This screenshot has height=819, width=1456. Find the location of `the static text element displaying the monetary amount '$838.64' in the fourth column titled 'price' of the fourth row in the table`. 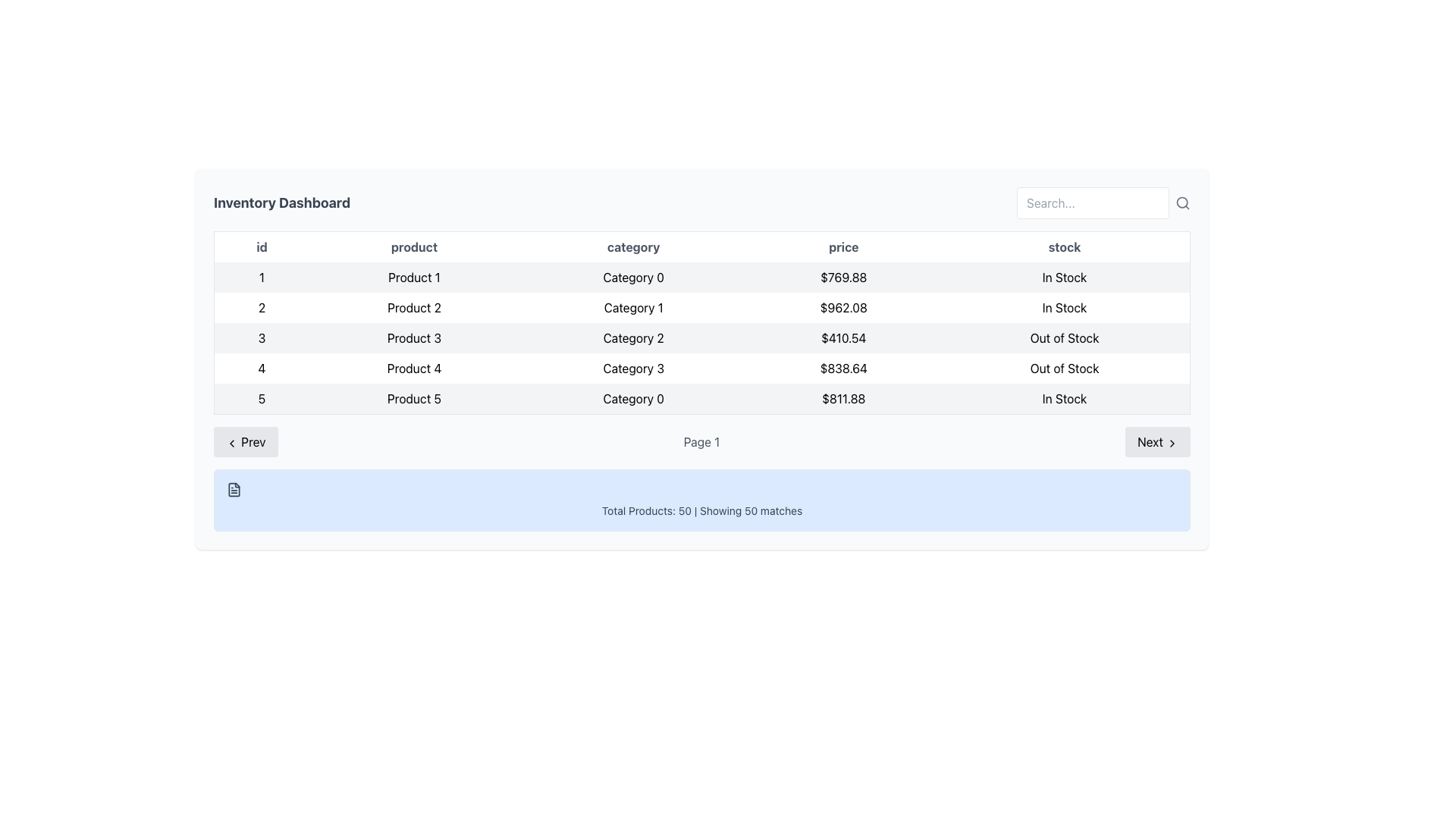

the static text element displaying the monetary amount '$838.64' in the fourth column titled 'price' of the fourth row in the table is located at coordinates (843, 369).